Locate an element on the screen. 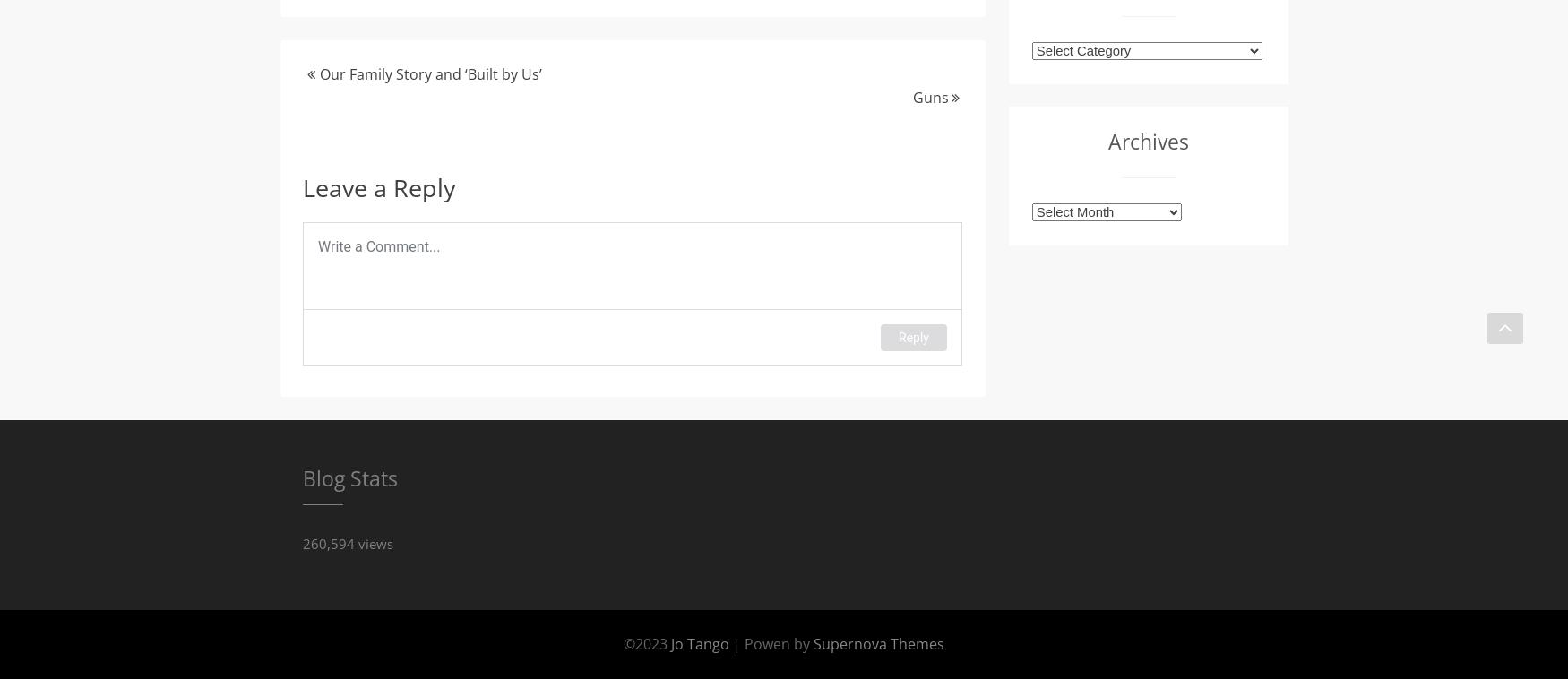 This screenshot has width=1568, height=679. '260,594 views' is located at coordinates (302, 544).